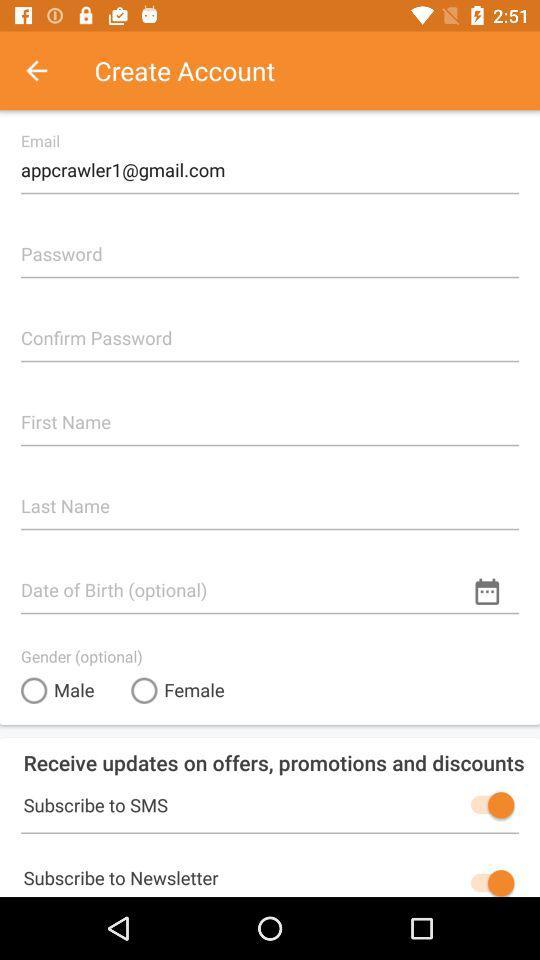 The height and width of the screenshot is (960, 540). What do you see at coordinates (270, 497) in the screenshot?
I see `last name row` at bounding box center [270, 497].